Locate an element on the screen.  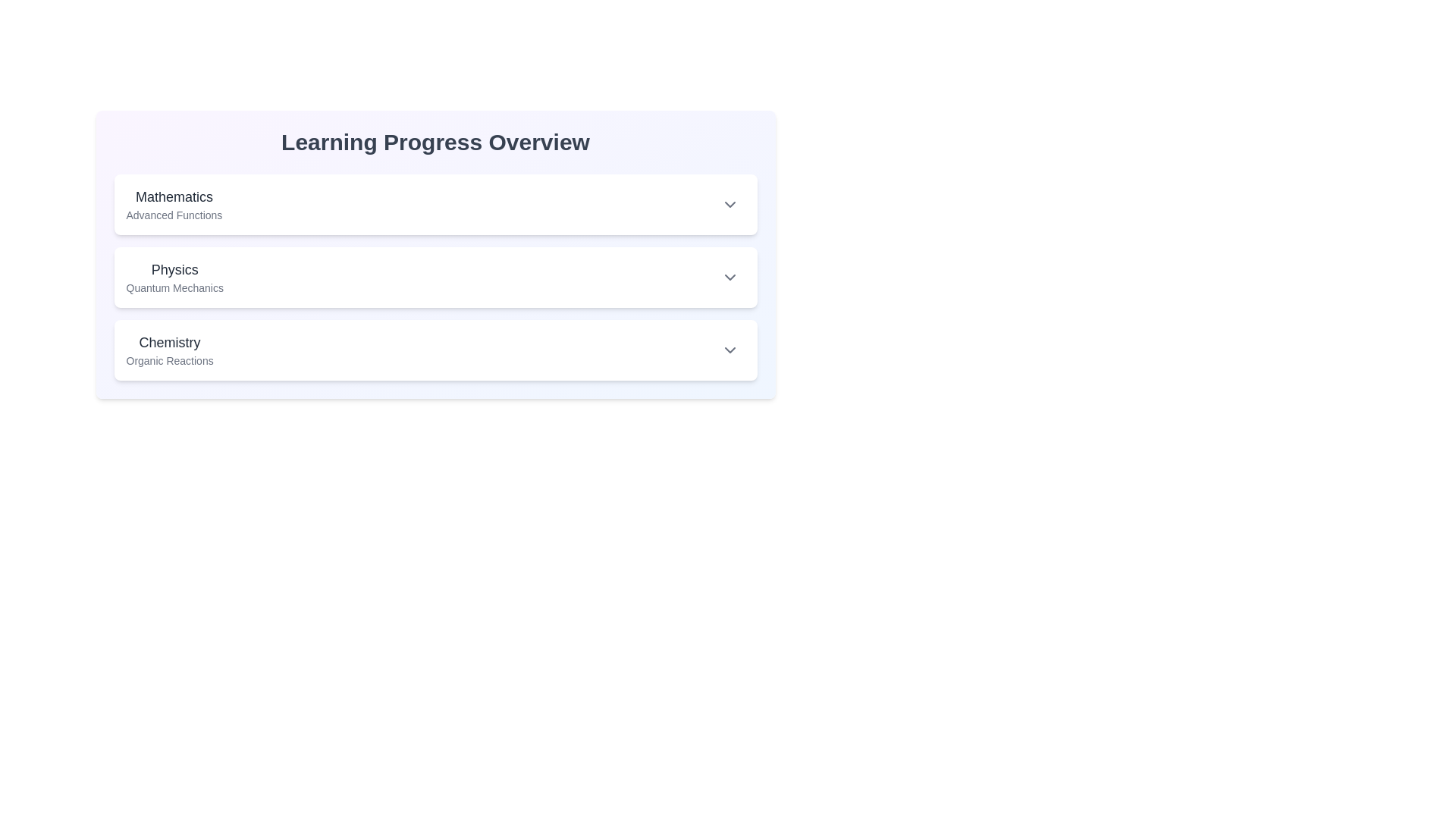
the 'Mathematics' text label, which is bold and prominent, located in the top-left corner of the section labeled 'Mathematics Advanced Functions' is located at coordinates (174, 196).